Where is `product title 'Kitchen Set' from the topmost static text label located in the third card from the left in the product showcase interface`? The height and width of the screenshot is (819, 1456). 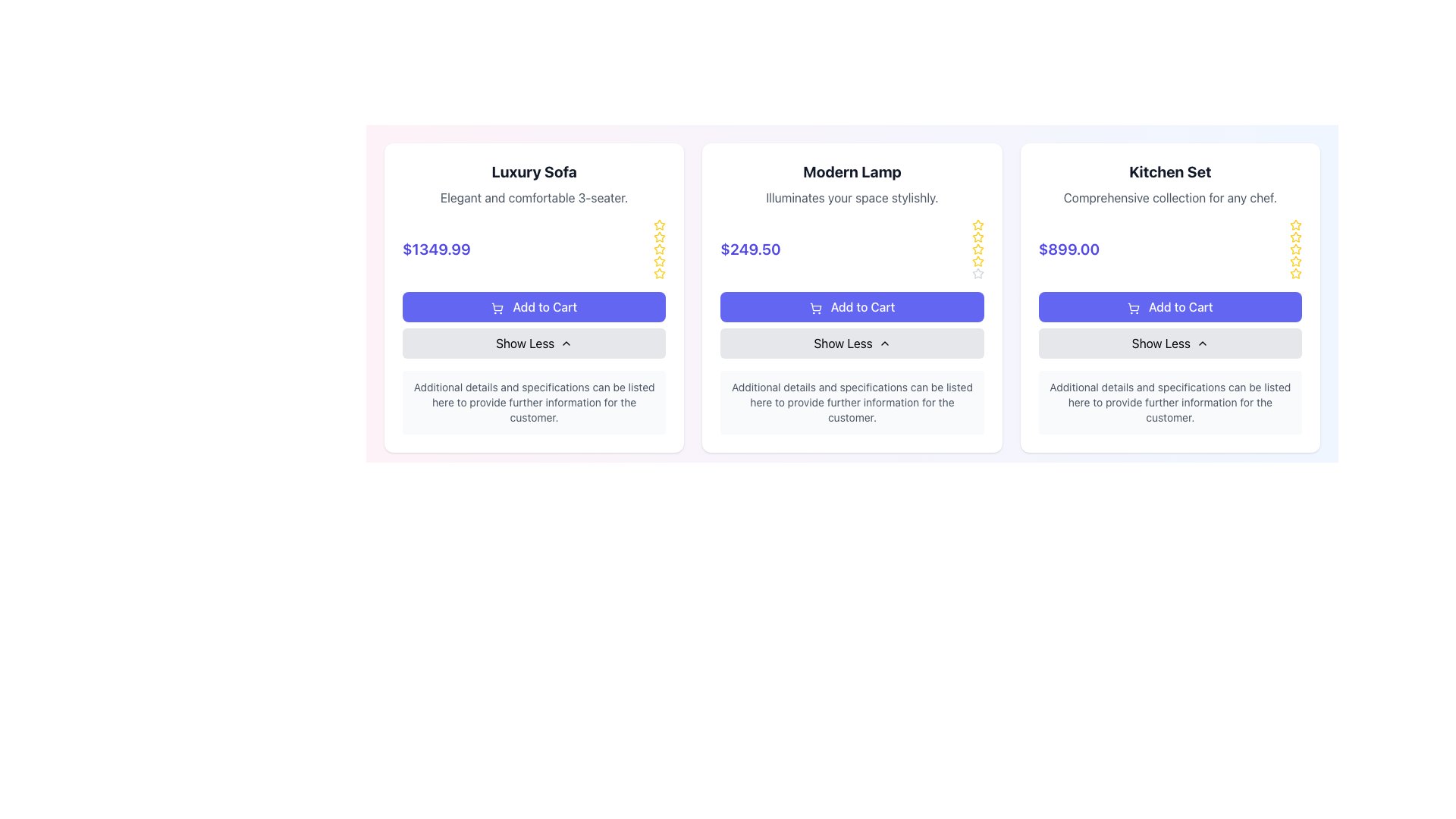
product title 'Kitchen Set' from the topmost static text label located in the third card from the left in the product showcase interface is located at coordinates (1169, 171).